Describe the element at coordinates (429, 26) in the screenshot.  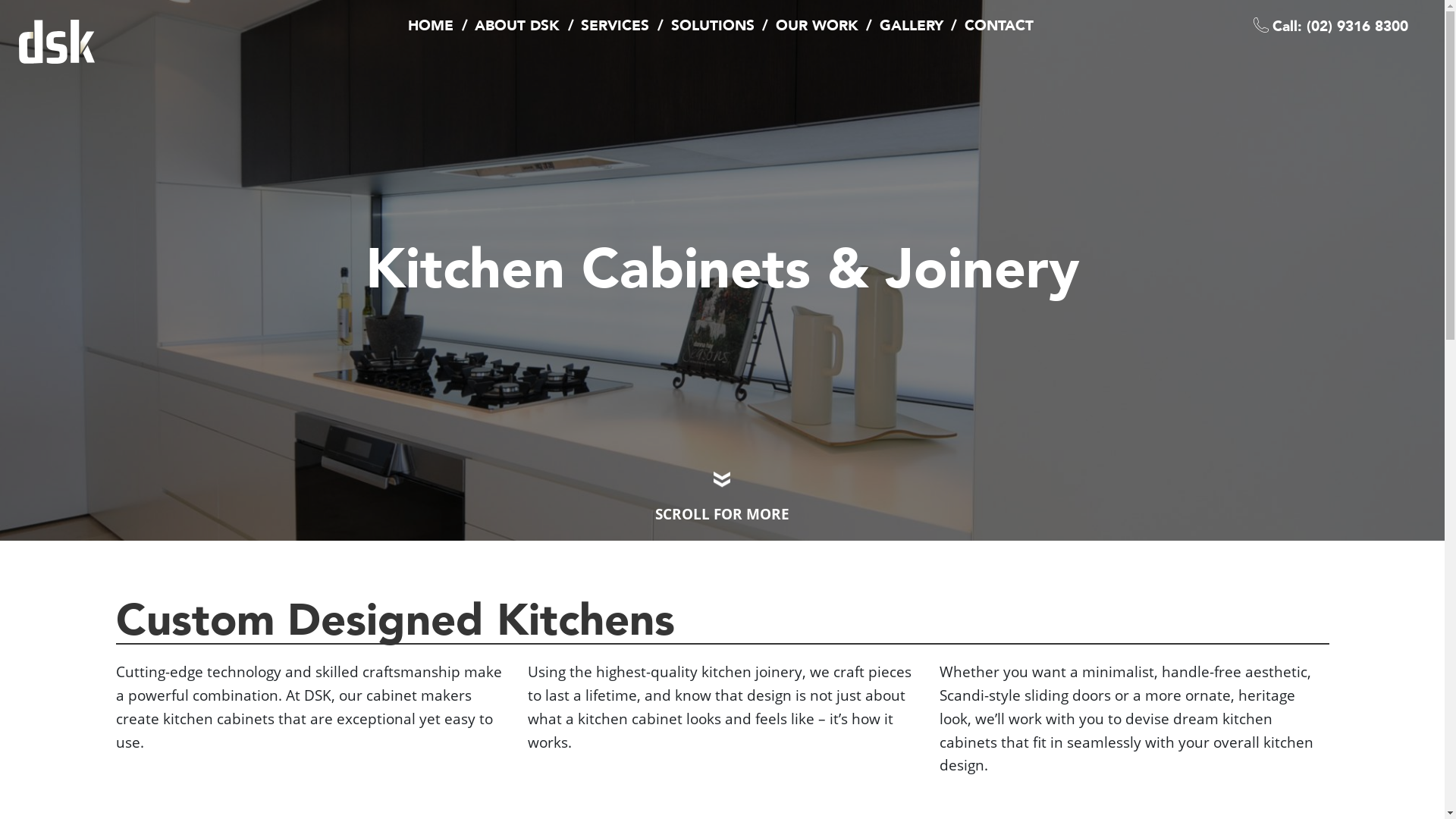
I see `'HOME'` at that location.